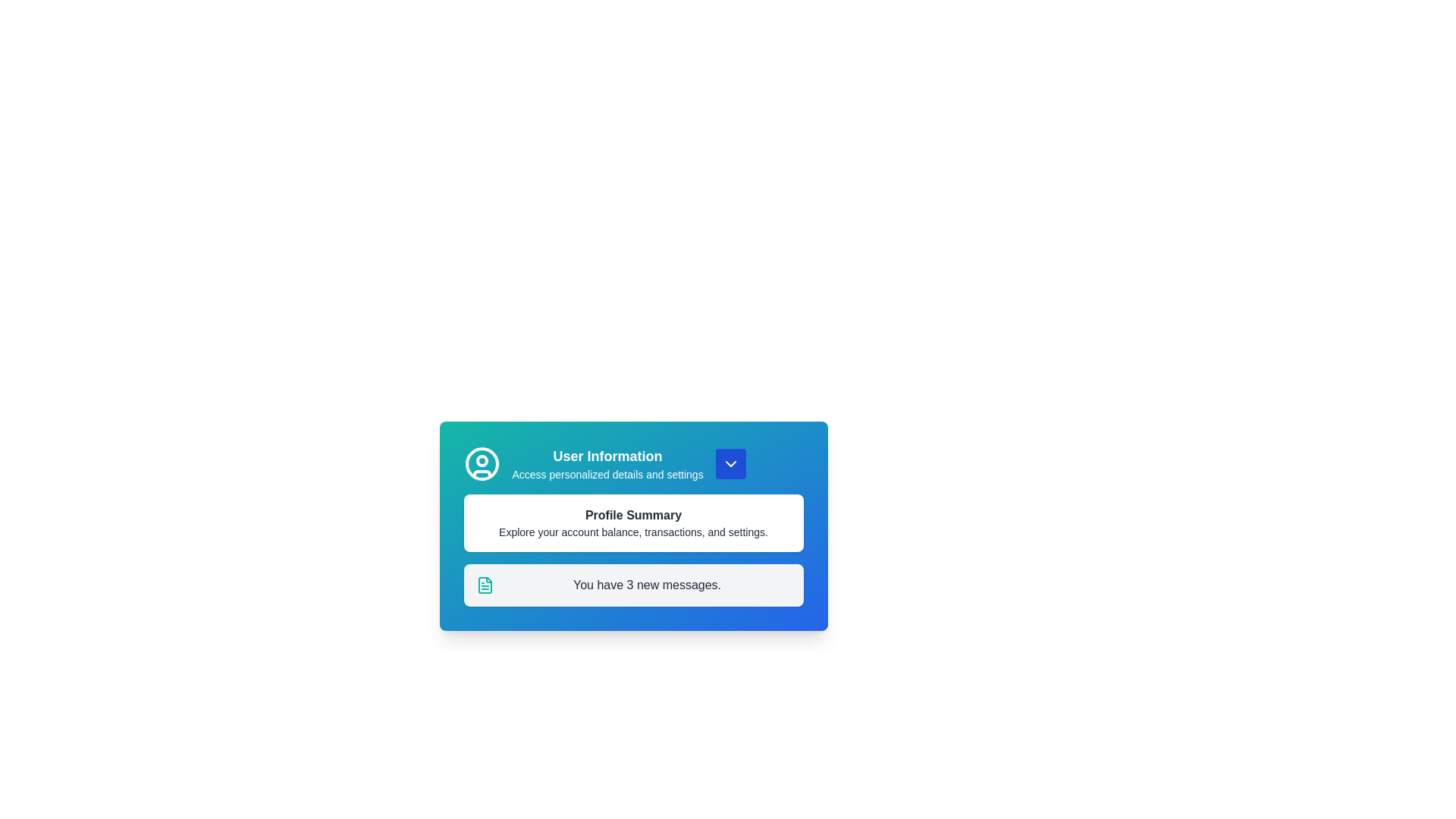  What do you see at coordinates (484, 584) in the screenshot?
I see `the teal document icon that is located at the leftmost part of the text line reading 'You have 3 new messages.'` at bounding box center [484, 584].